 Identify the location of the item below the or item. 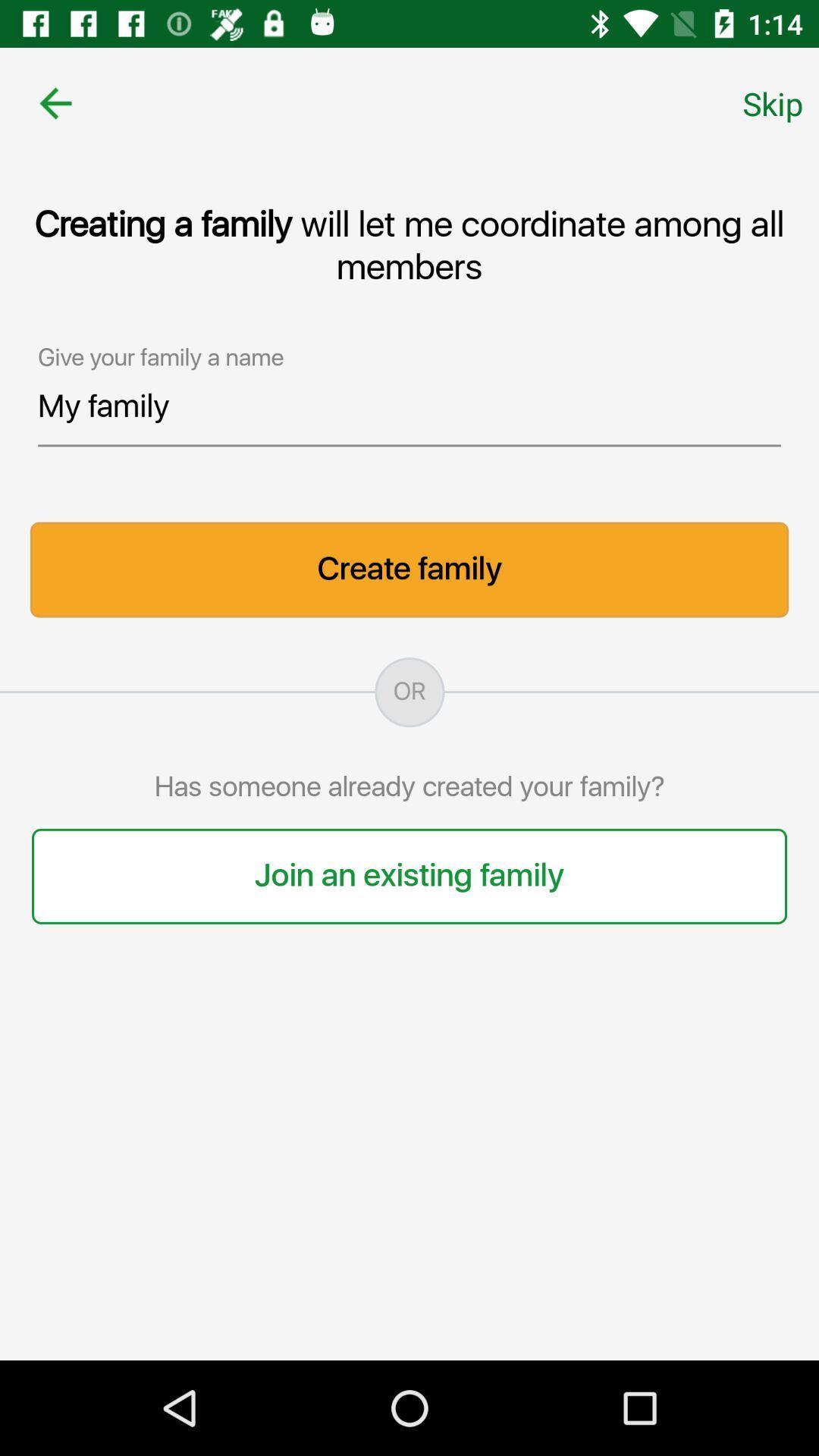
(409, 788).